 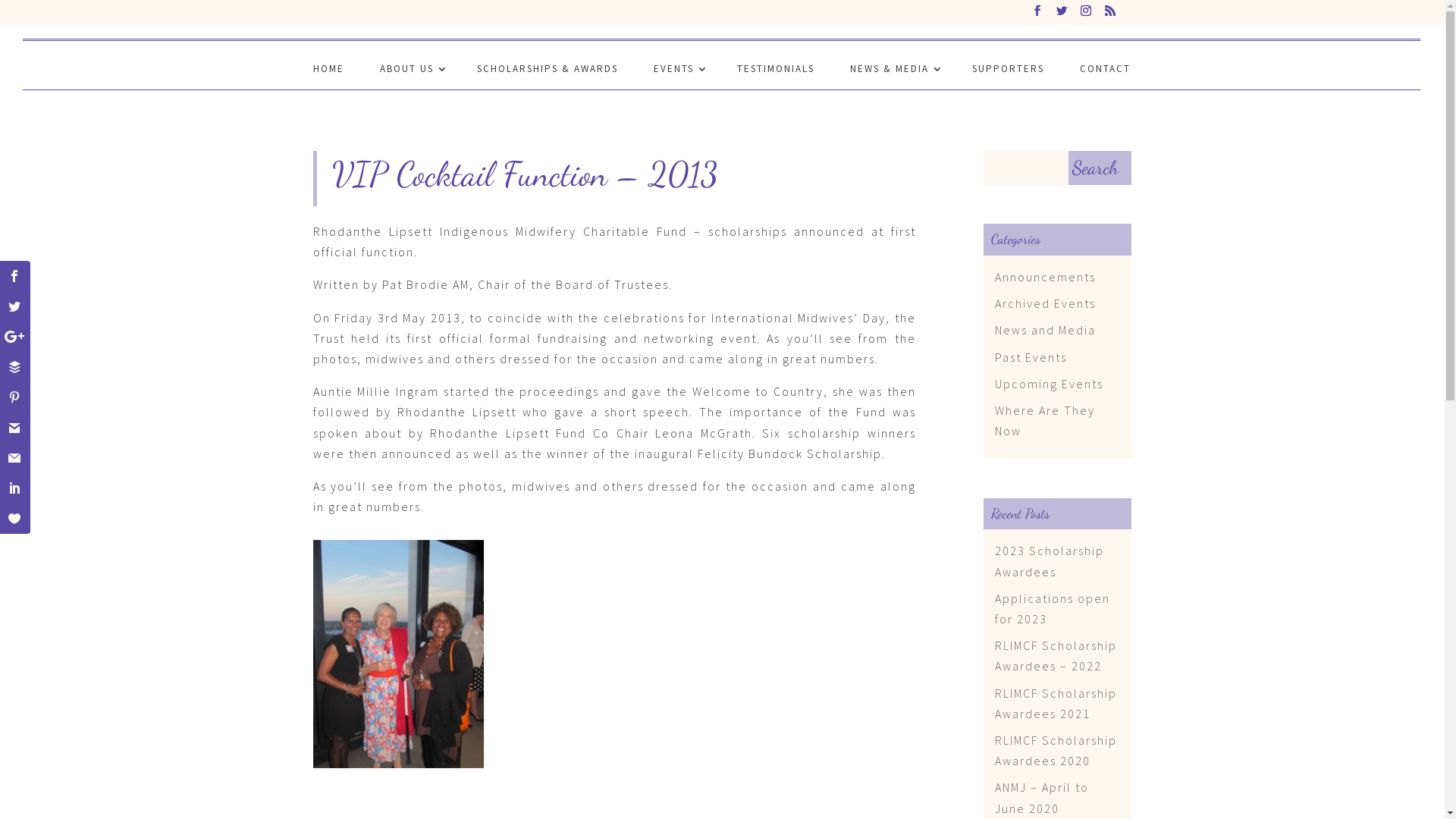 I want to click on 'Where Are They Now', so click(x=1043, y=420).